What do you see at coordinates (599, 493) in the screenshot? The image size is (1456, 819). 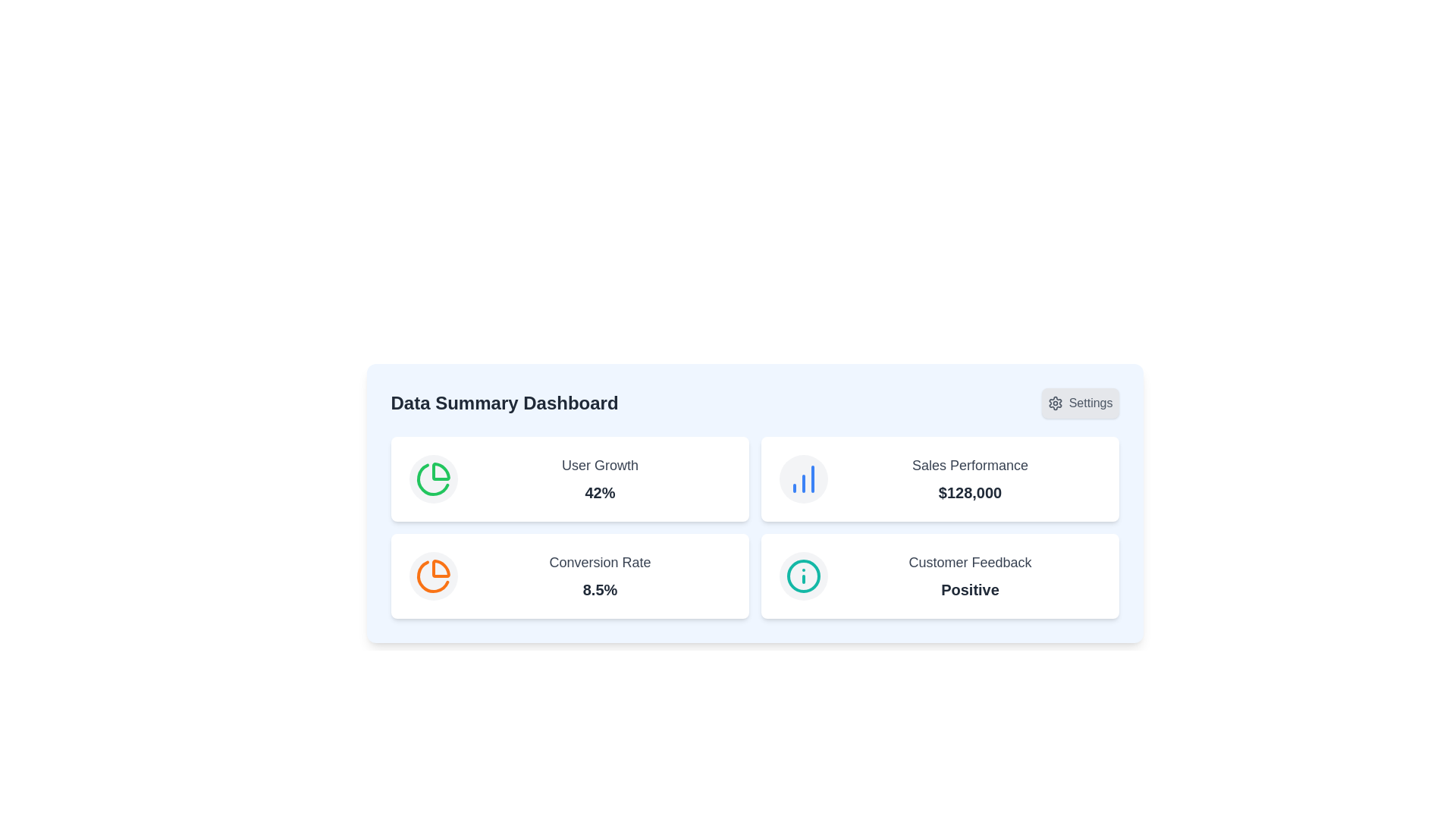 I see `static textual display showing '42%' which is prominently positioned below the label 'User Growth' in the upper-left quadrant of the dashboard` at bounding box center [599, 493].